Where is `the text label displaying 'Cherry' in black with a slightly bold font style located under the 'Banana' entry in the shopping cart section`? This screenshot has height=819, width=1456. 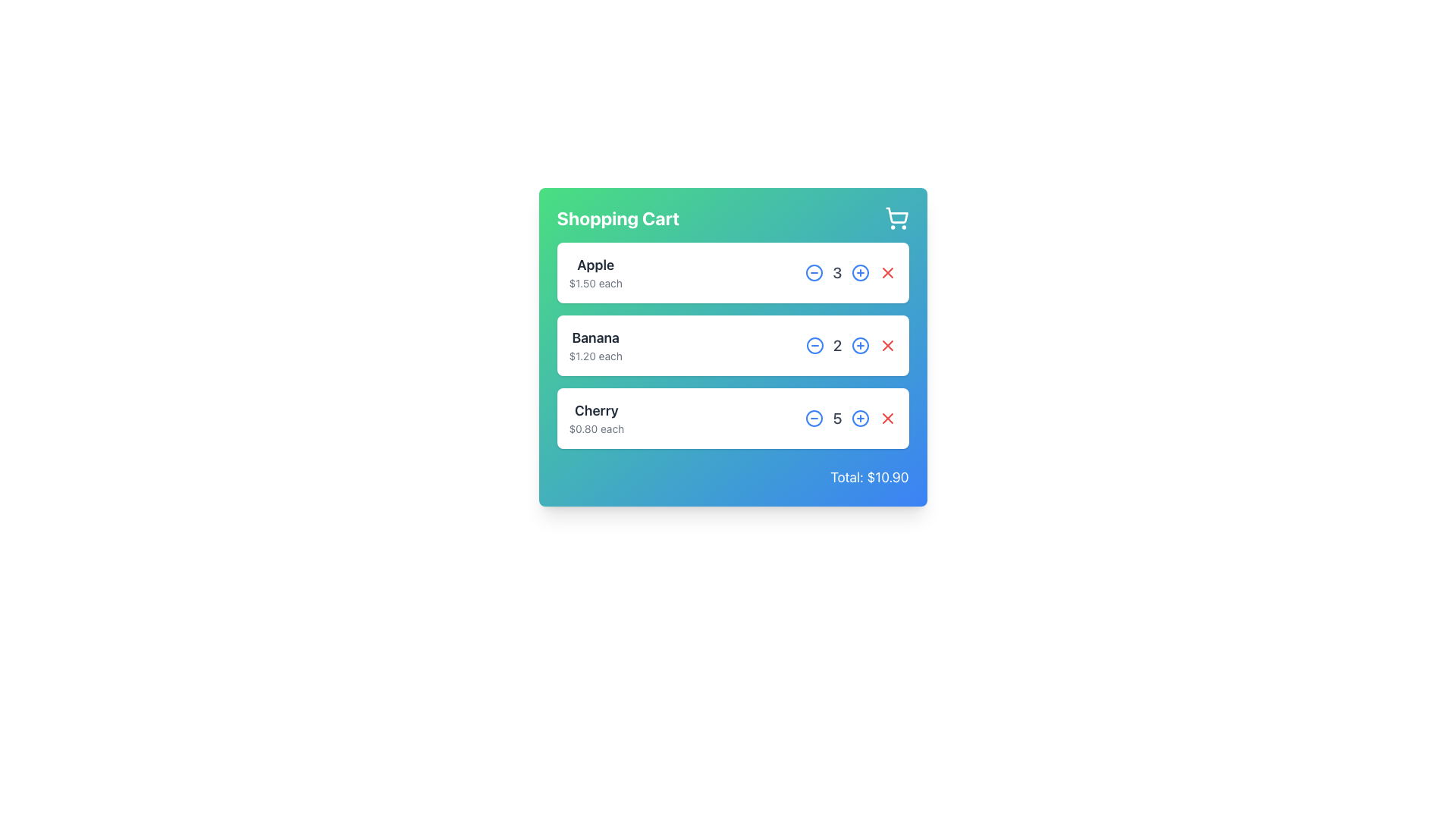
the text label displaying 'Cherry' in black with a slightly bold font style located under the 'Banana' entry in the shopping cart section is located at coordinates (595, 411).